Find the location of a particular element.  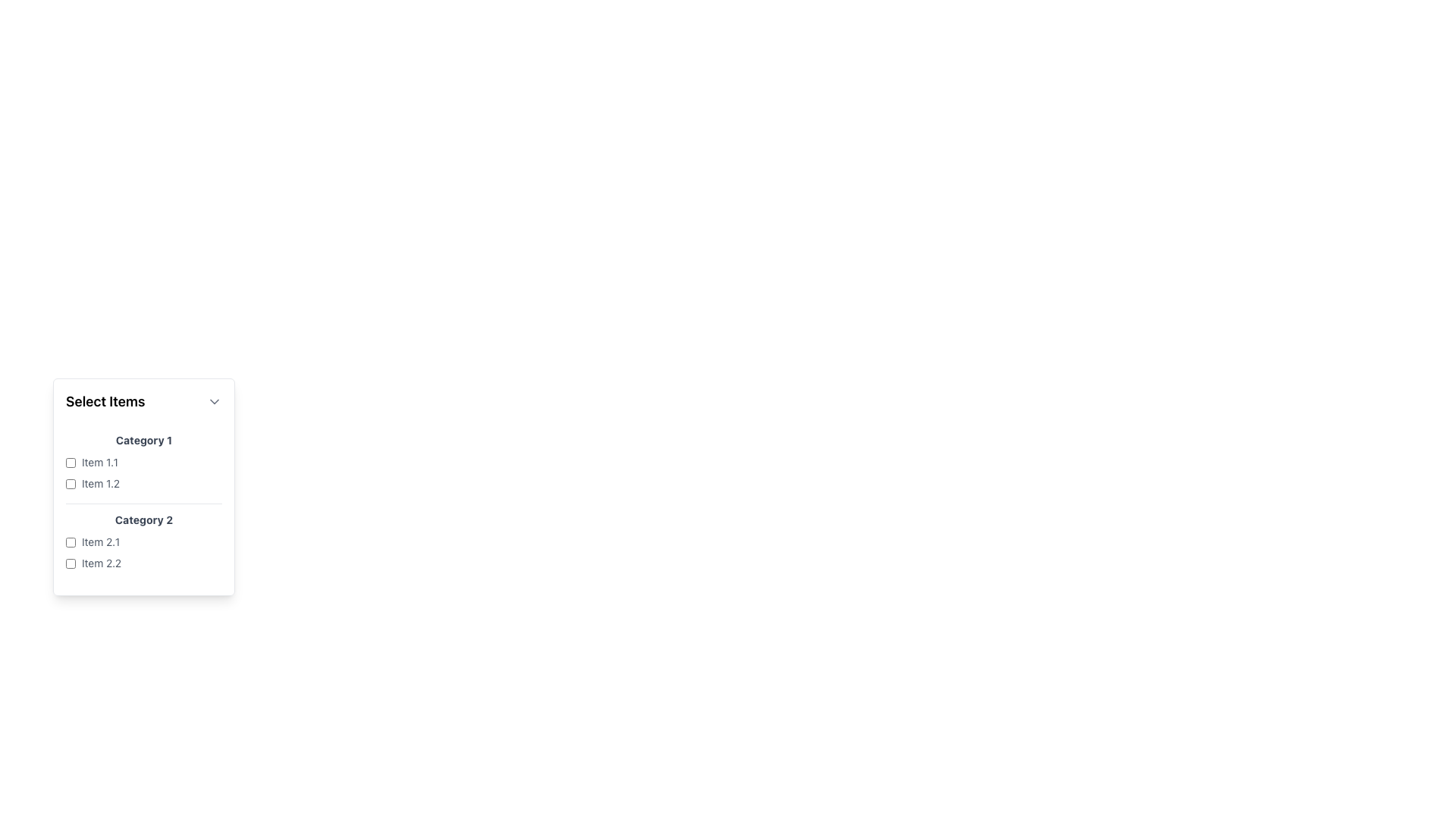

the checkbox adjacent to the text 'Item 1.2' is located at coordinates (70, 483).